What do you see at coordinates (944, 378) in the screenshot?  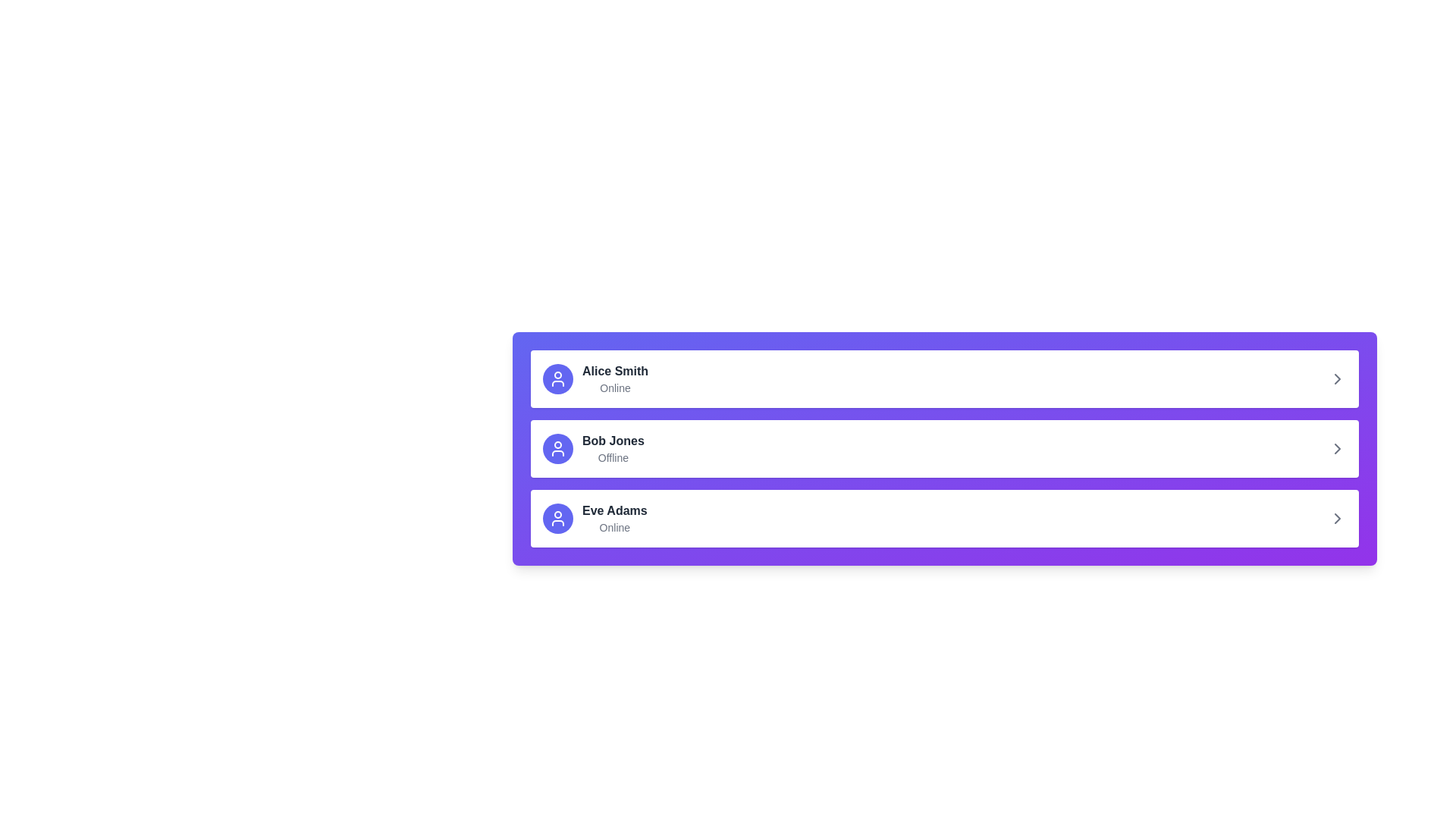 I see `the first user profile entry representing 'Alice Smith'` at bounding box center [944, 378].